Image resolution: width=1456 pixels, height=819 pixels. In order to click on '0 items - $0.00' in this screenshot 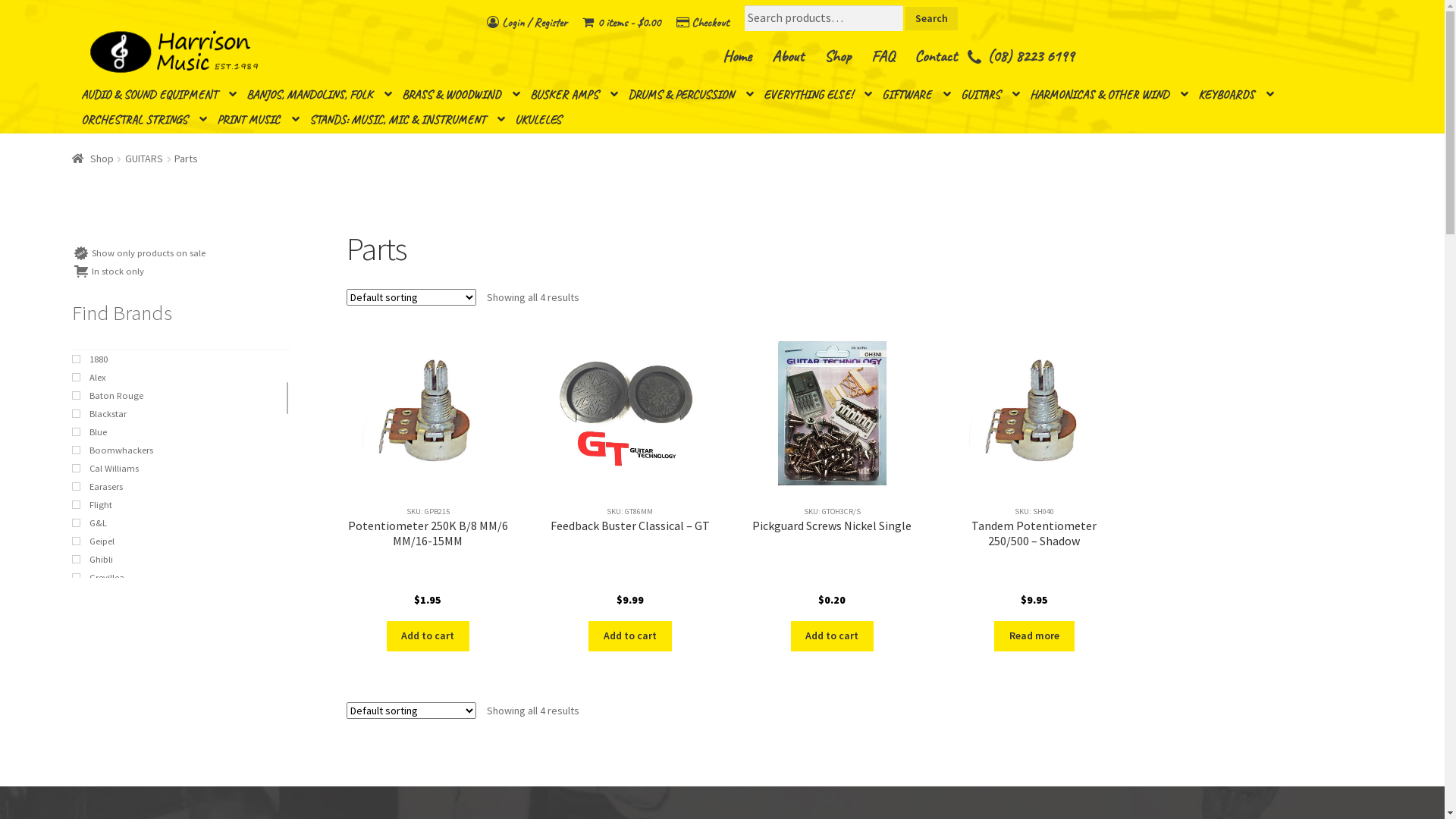, I will do `click(621, 23)`.